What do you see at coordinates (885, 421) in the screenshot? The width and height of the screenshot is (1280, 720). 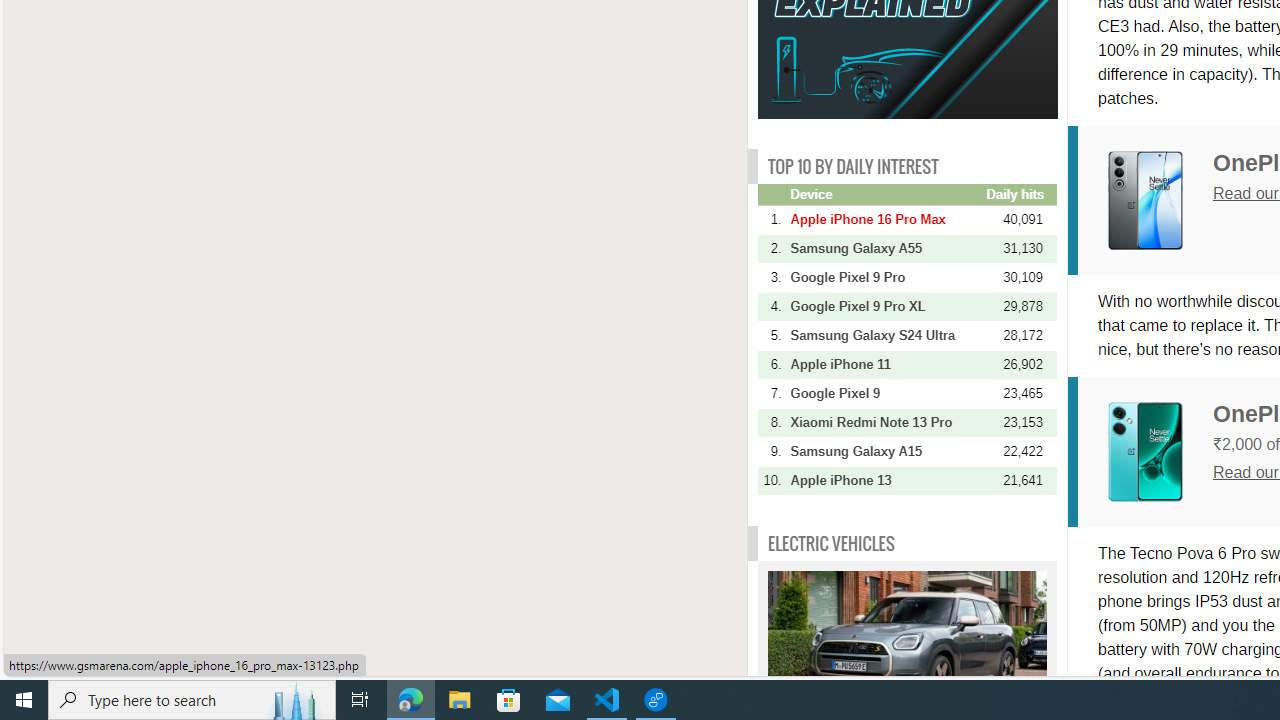 I see `'Xiaomi Redmi Note 13 Pro'` at bounding box center [885, 421].